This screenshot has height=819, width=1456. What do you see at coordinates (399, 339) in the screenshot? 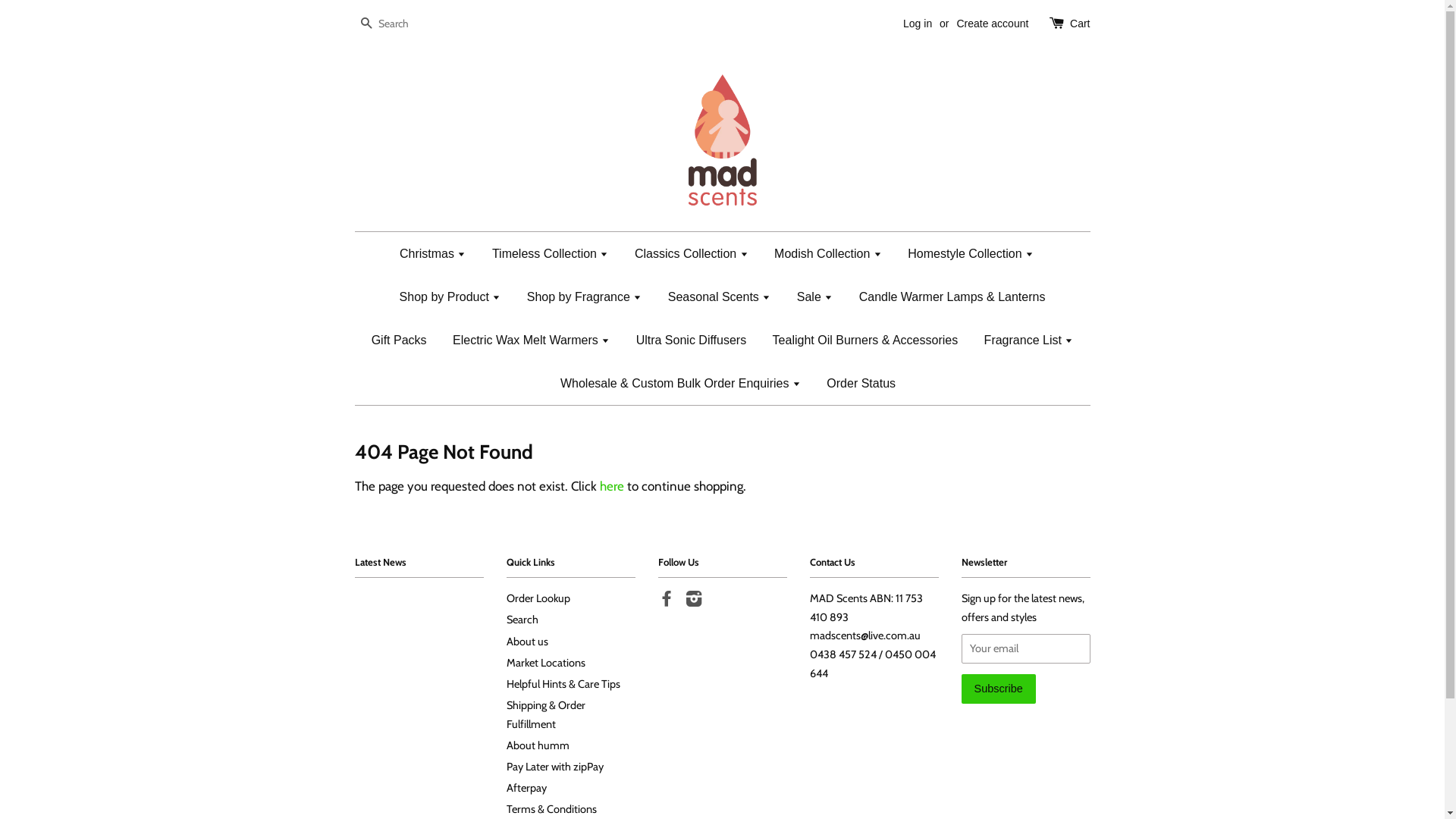
I see `'Gift Packs'` at bounding box center [399, 339].